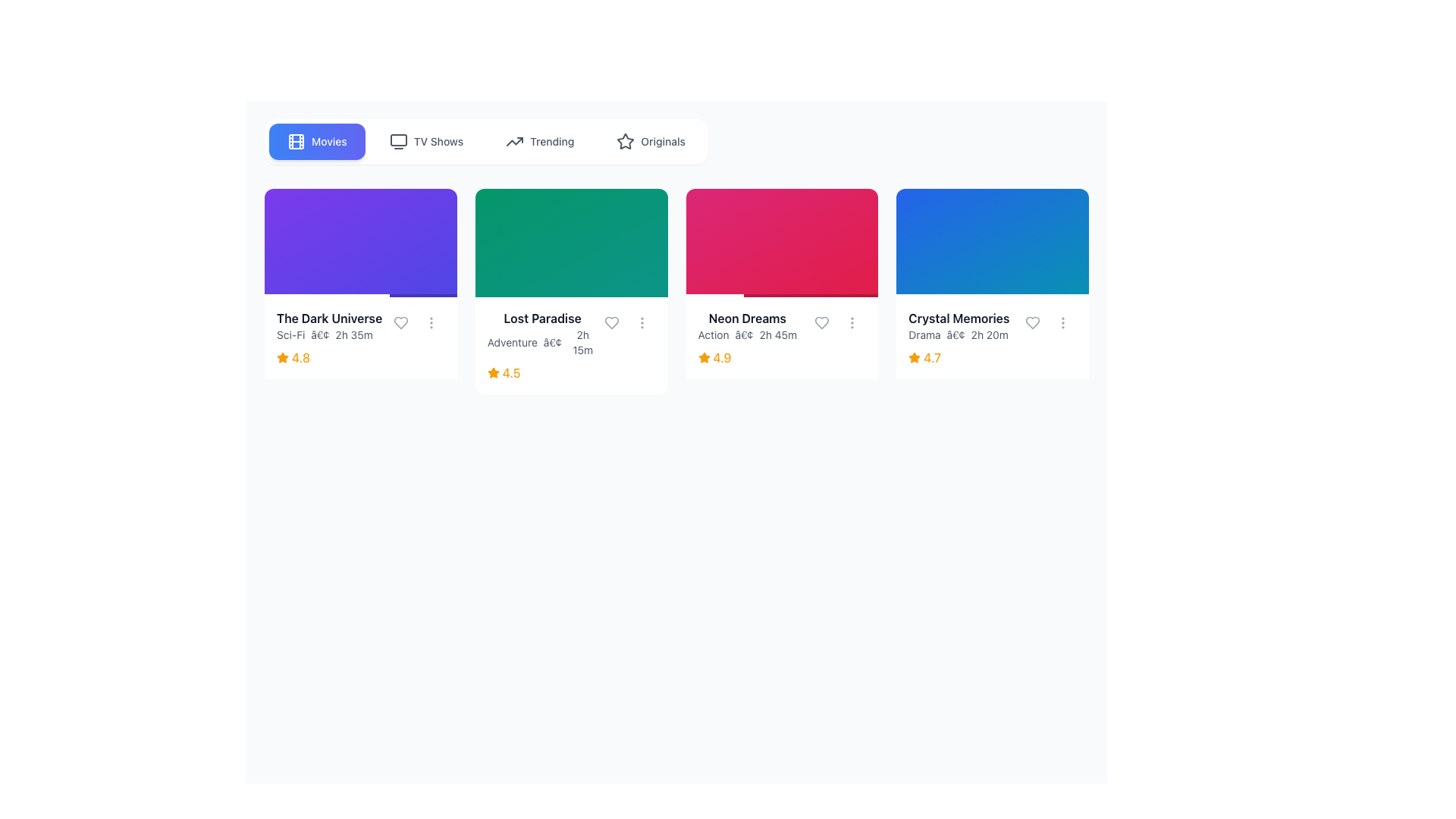  Describe the element at coordinates (570, 345) in the screenshot. I see `the text block displaying movie details for 'Lost Paradise'` at that location.